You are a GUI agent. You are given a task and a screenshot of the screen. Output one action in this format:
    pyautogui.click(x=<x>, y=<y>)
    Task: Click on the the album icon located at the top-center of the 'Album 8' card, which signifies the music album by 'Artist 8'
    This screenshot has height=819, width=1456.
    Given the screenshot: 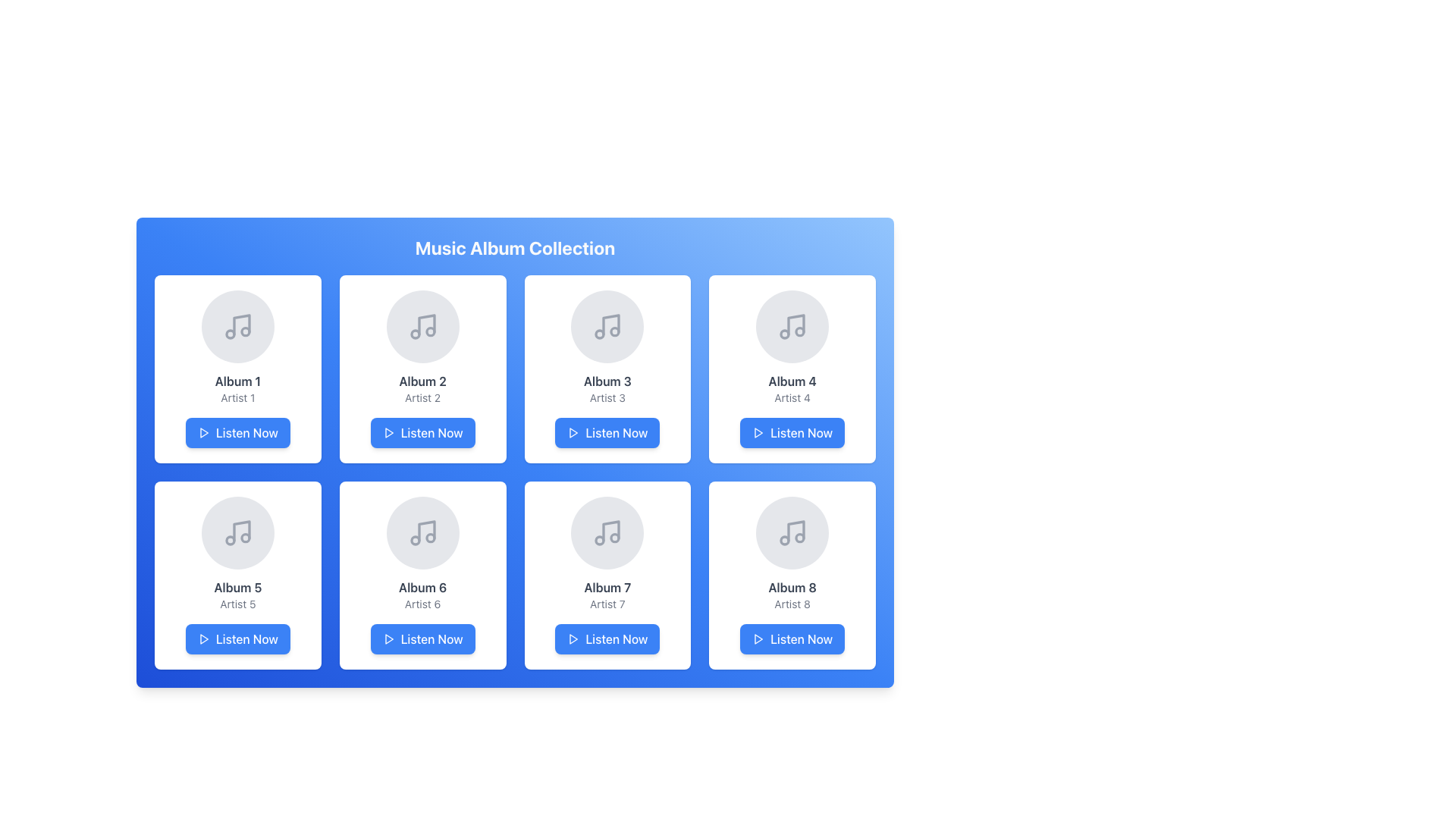 What is the action you would take?
    pyautogui.click(x=792, y=532)
    